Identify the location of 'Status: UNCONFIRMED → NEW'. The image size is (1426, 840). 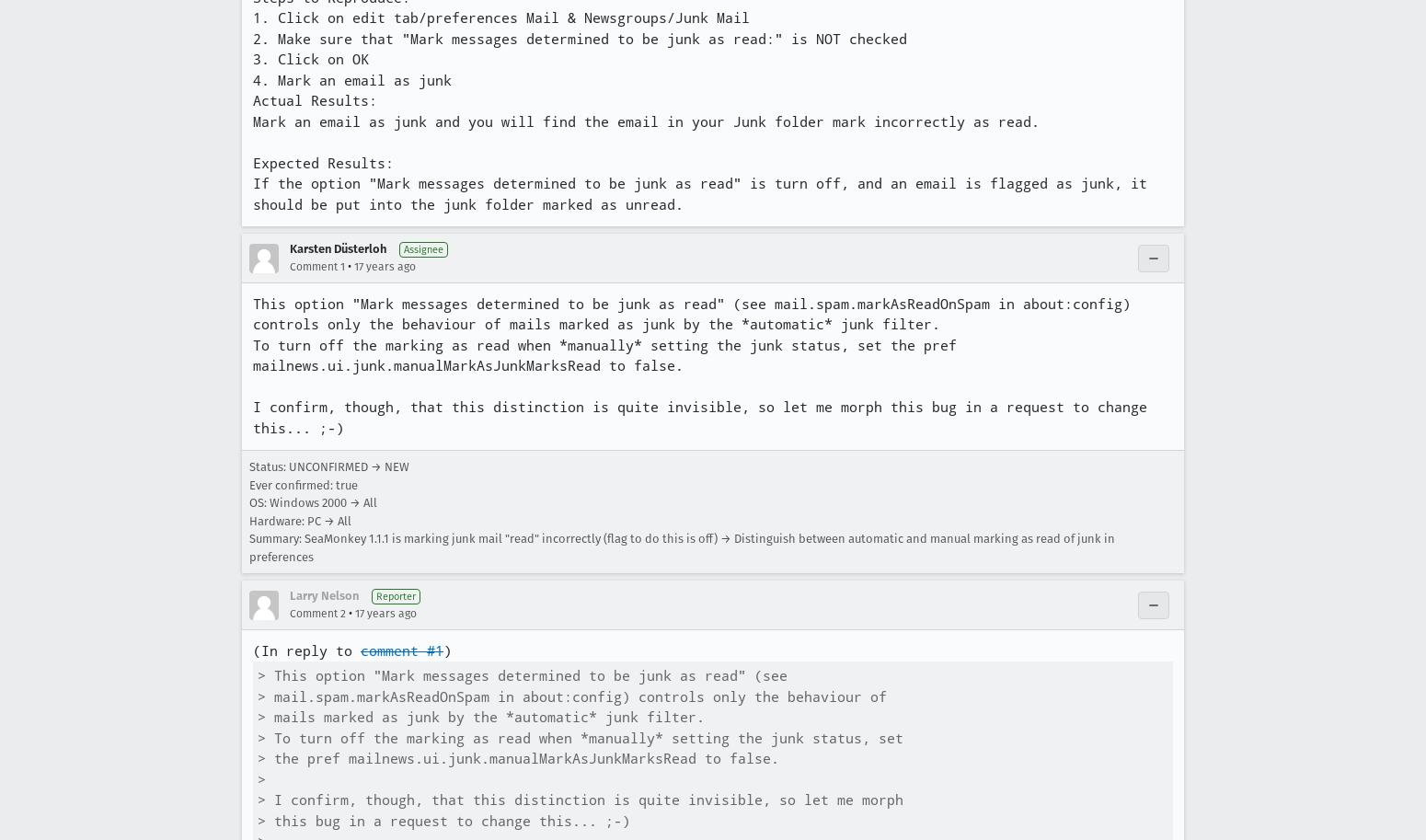
(328, 466).